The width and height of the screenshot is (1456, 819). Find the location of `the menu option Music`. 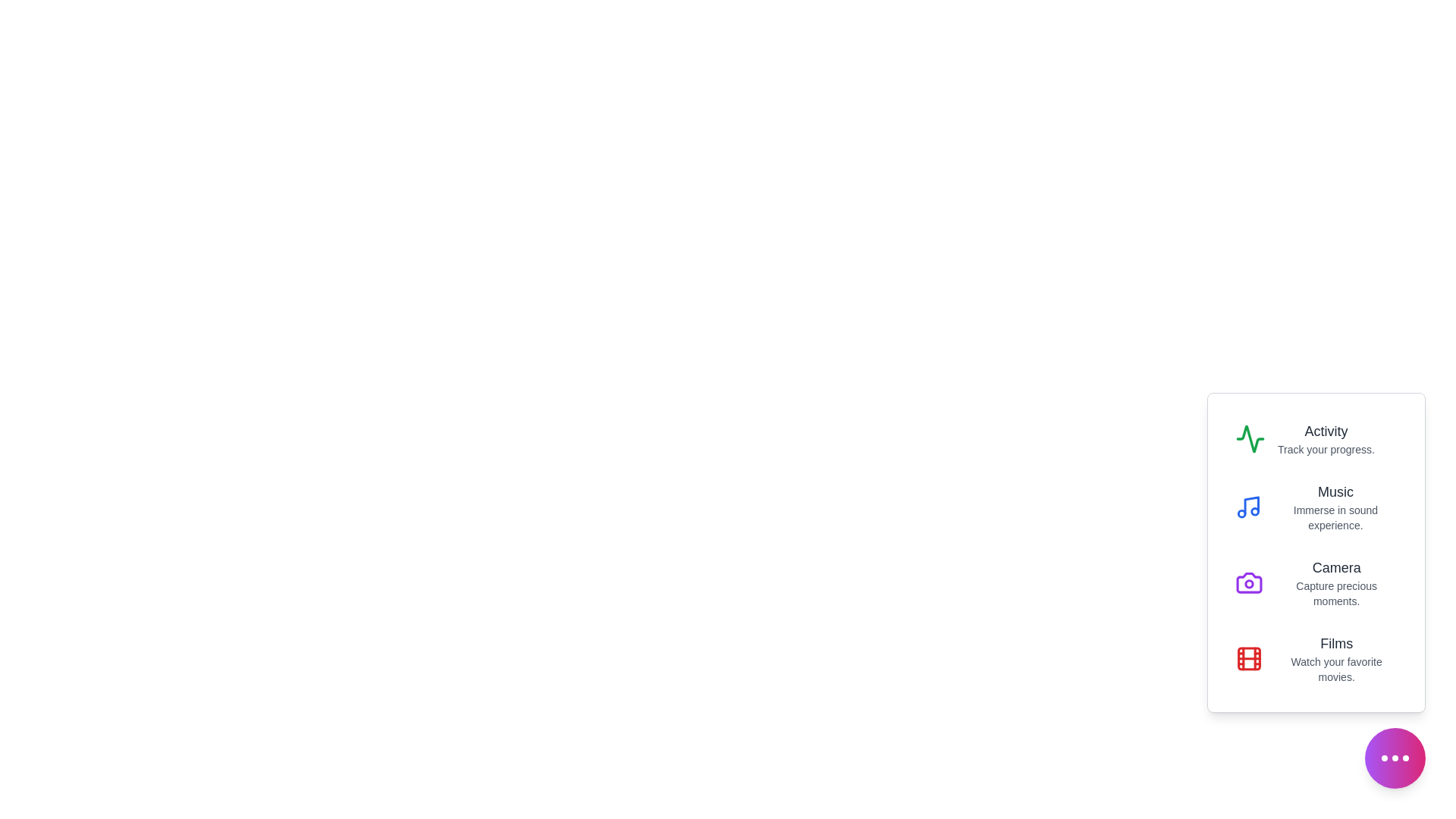

the menu option Music is located at coordinates (1316, 507).